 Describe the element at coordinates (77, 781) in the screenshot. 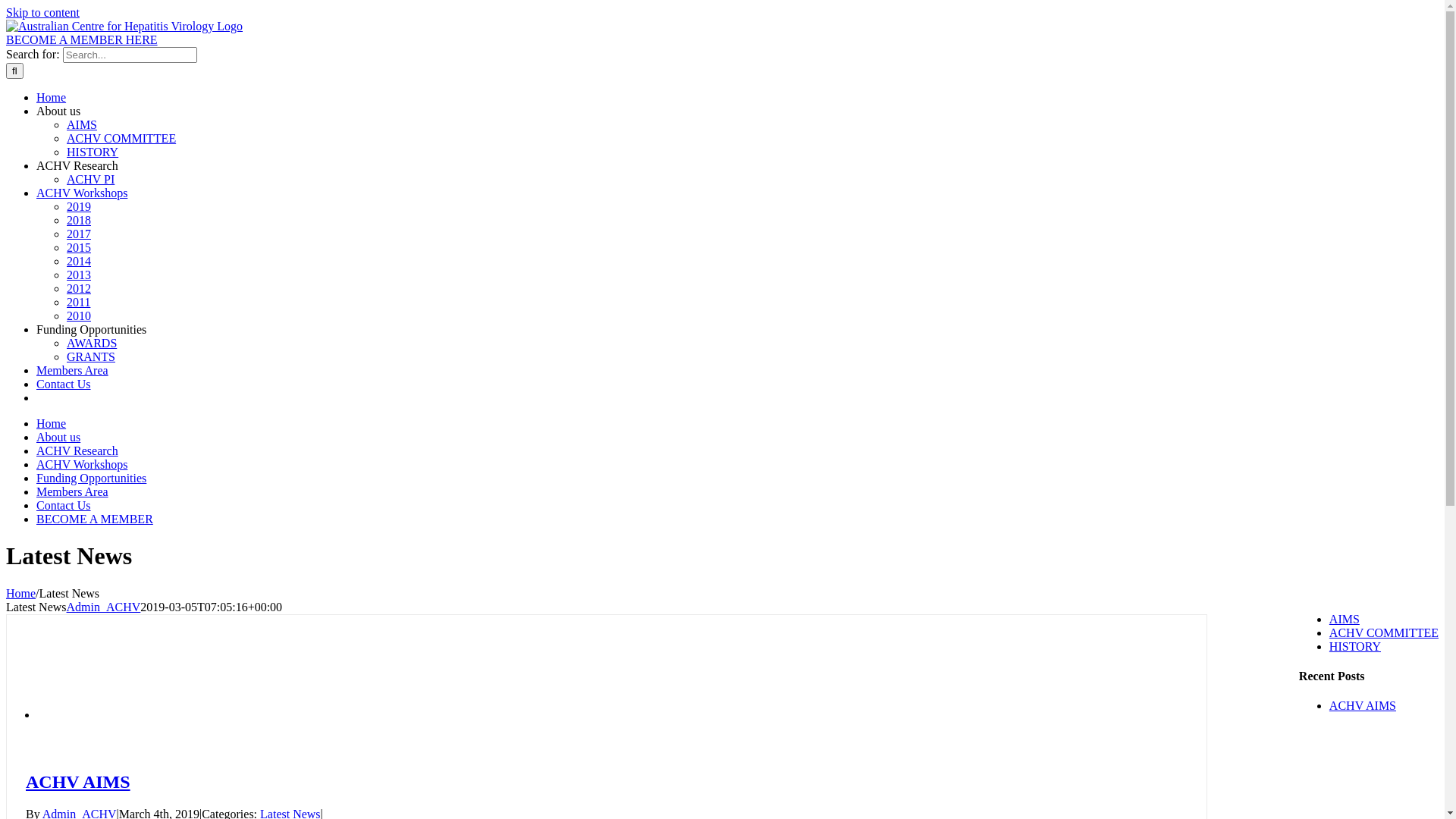

I see `'ACHV AIMS'` at that location.